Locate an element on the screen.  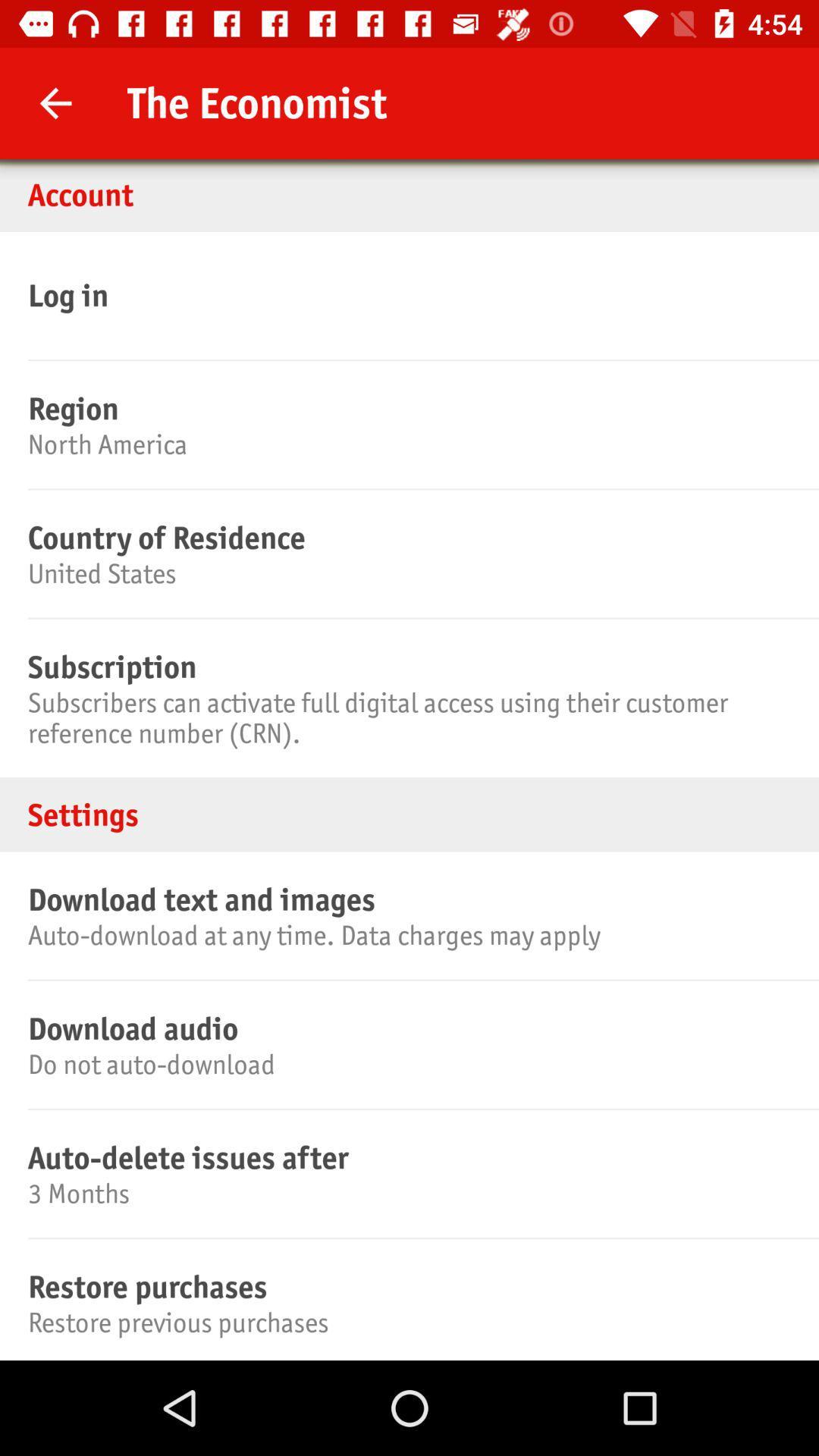
item above north america icon is located at coordinates (406, 408).